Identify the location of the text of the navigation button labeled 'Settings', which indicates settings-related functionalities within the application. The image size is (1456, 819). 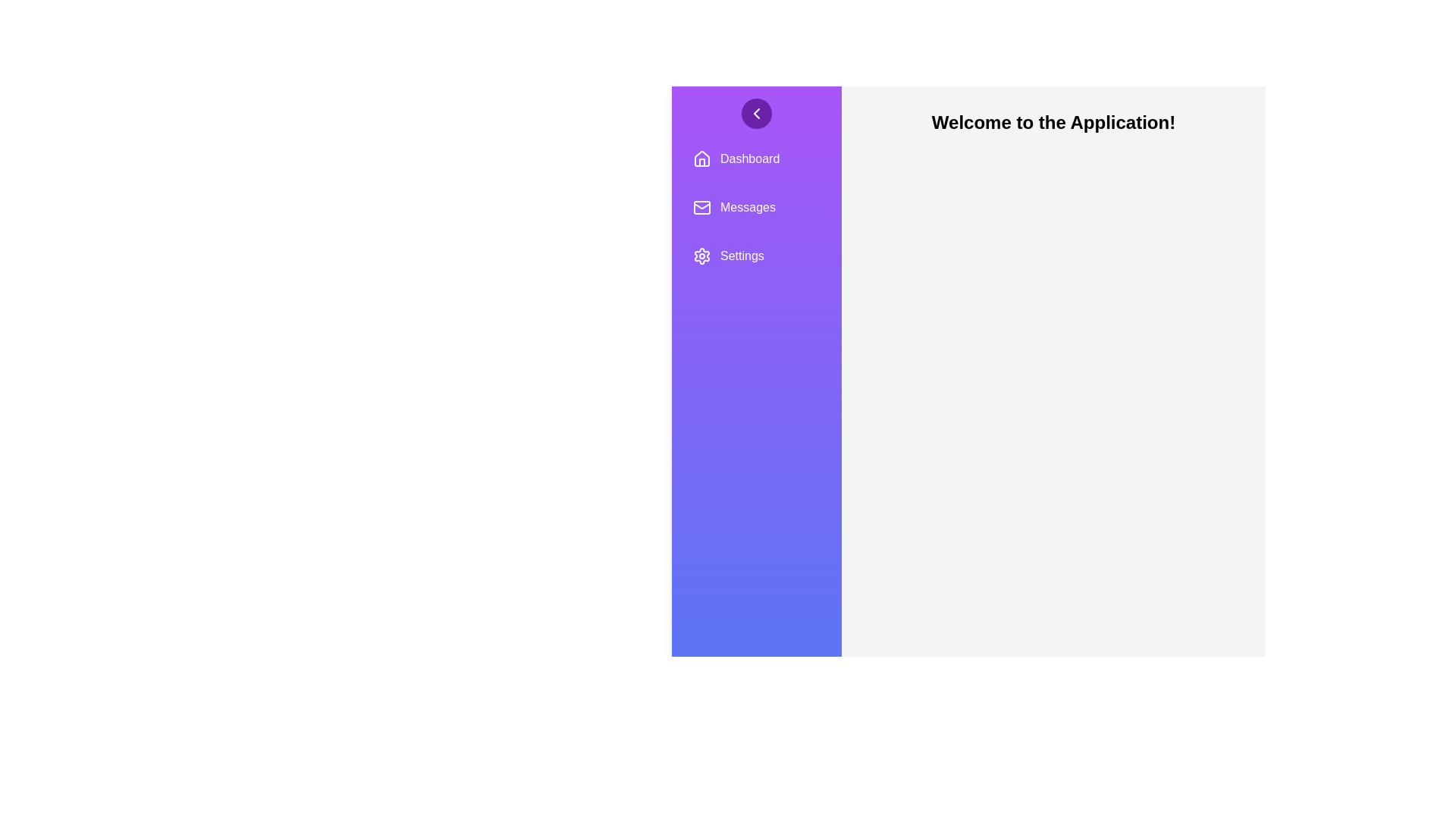
(742, 256).